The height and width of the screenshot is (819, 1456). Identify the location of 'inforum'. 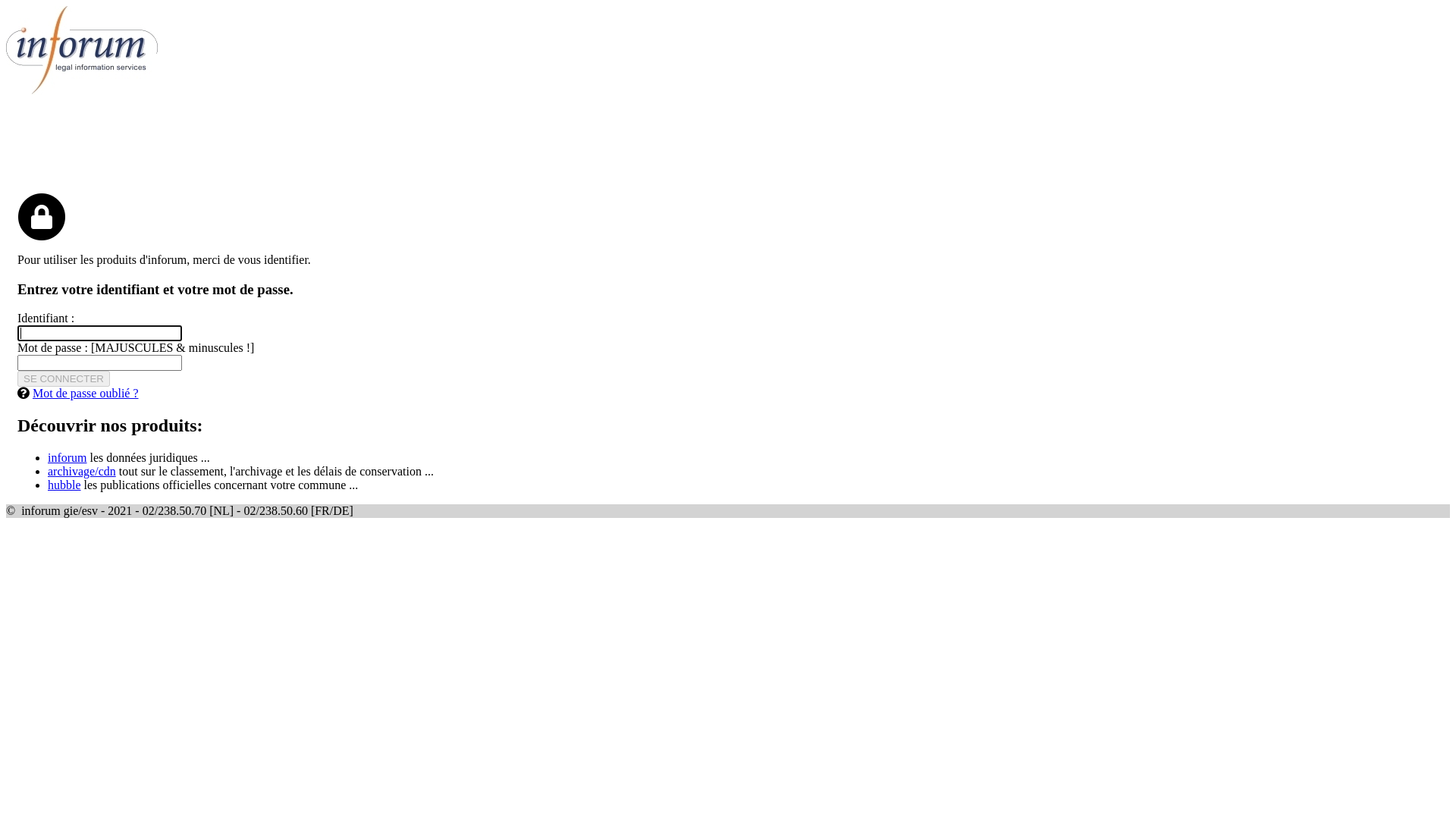
(47, 457).